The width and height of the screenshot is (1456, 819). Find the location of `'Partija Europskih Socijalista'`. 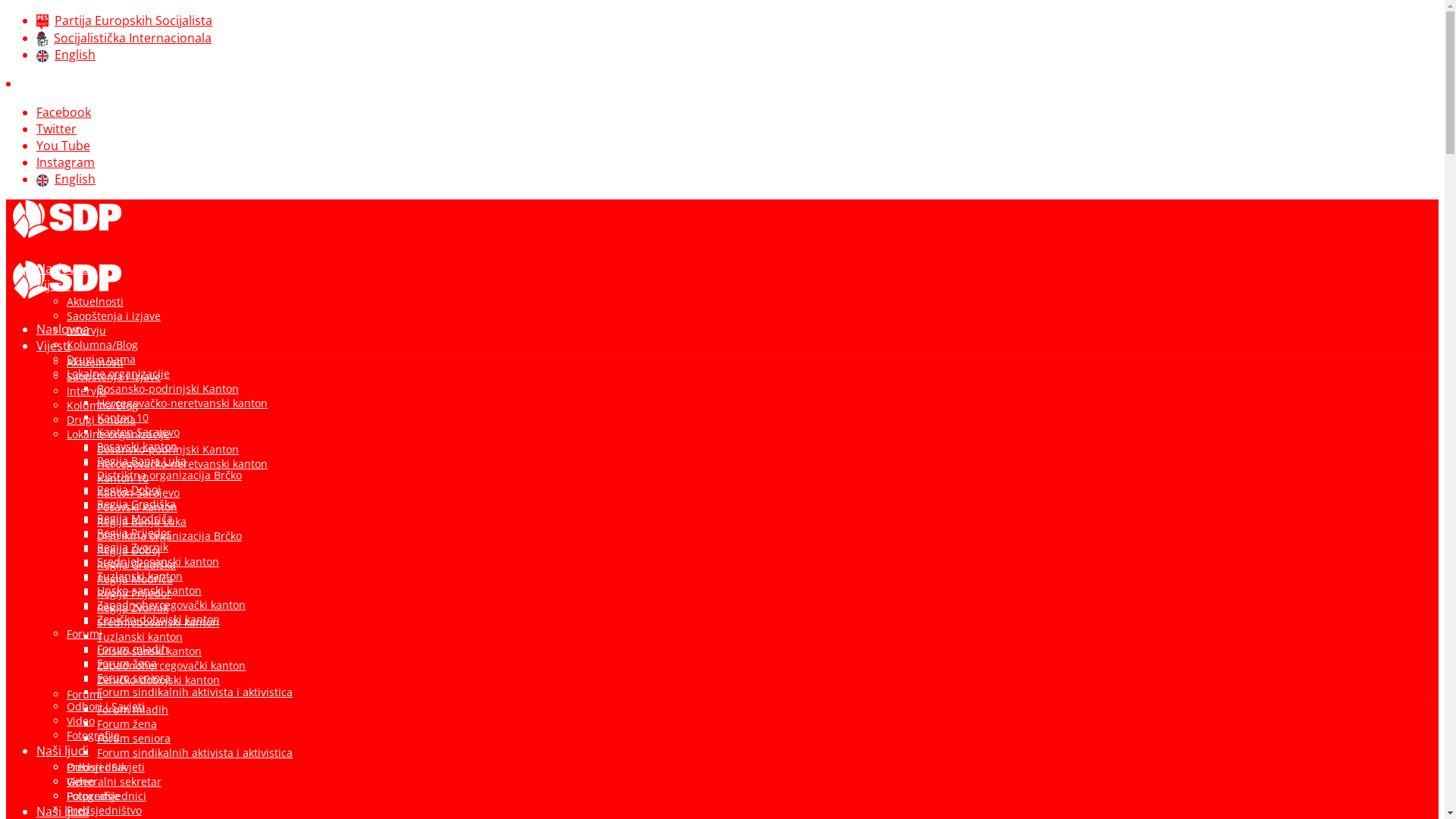

'Partija Europskih Socijalista' is located at coordinates (36, 20).